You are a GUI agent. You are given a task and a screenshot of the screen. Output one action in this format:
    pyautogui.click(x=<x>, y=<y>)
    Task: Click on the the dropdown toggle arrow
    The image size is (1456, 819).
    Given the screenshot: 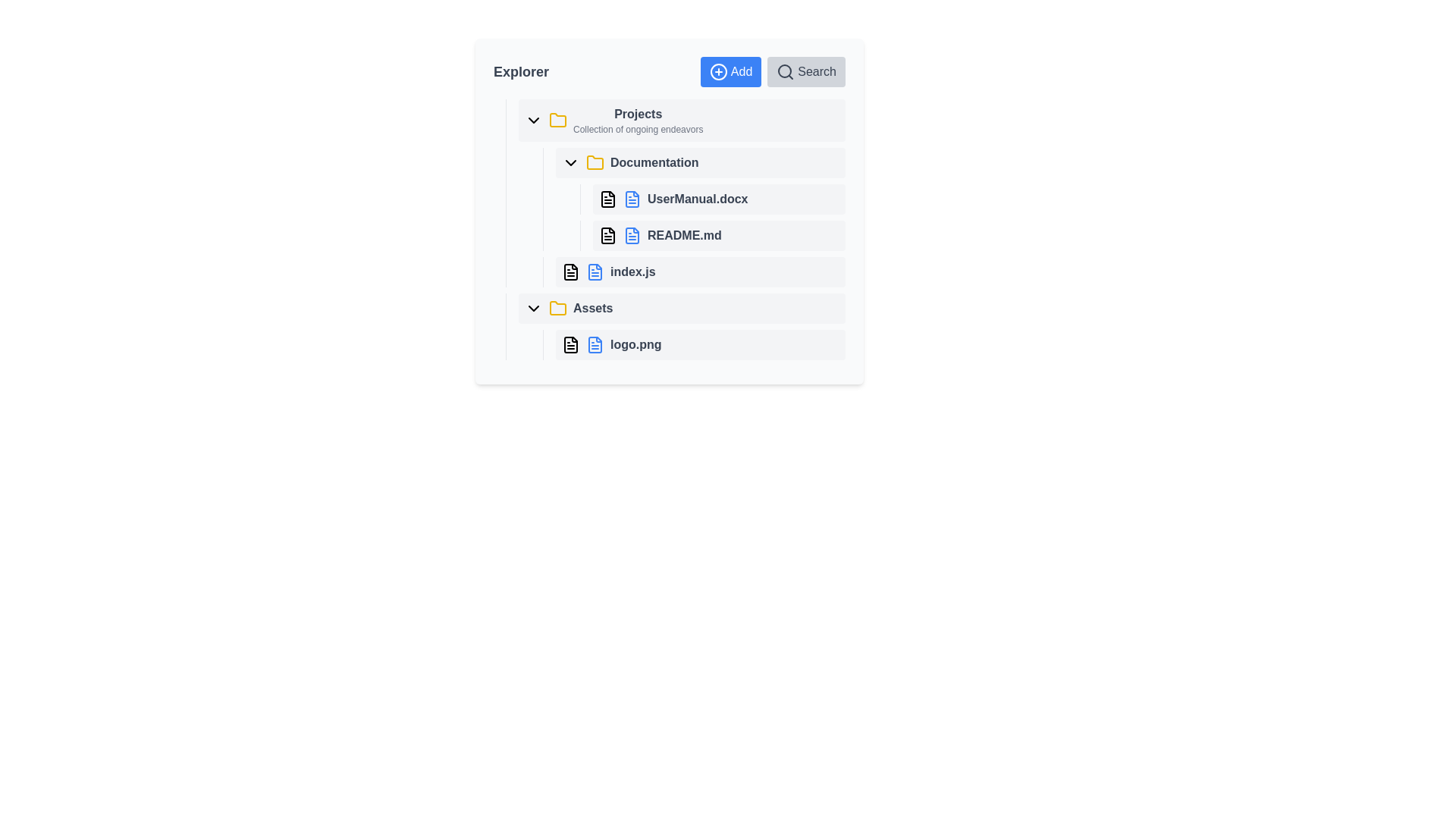 What is the action you would take?
    pyautogui.click(x=570, y=163)
    